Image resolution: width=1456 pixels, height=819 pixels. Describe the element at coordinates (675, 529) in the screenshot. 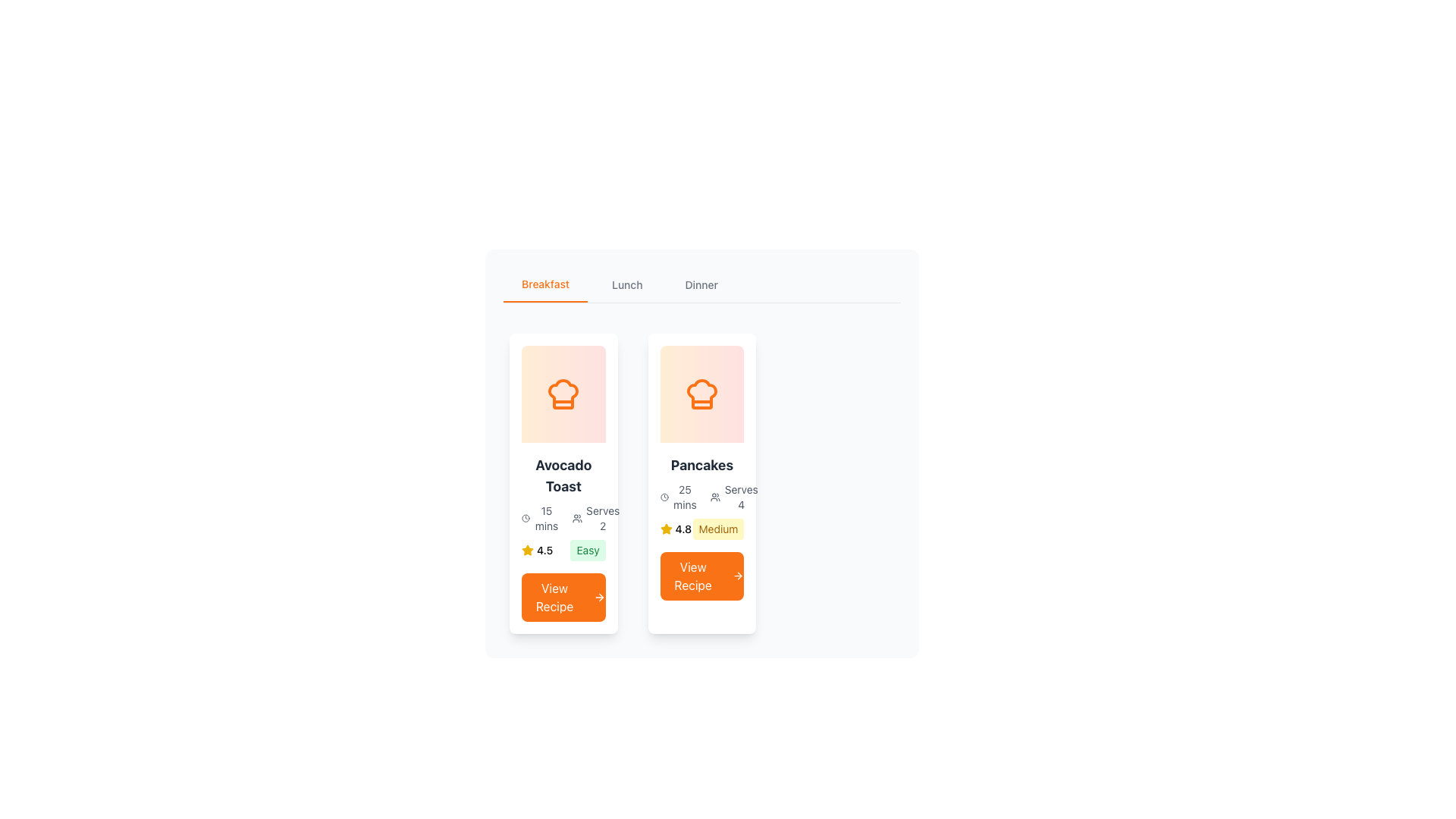

I see `the rating display element showing '4.8' next to a filled yellow star icon, located in the bottom section of the second card under the 'Breakfast' category` at that location.